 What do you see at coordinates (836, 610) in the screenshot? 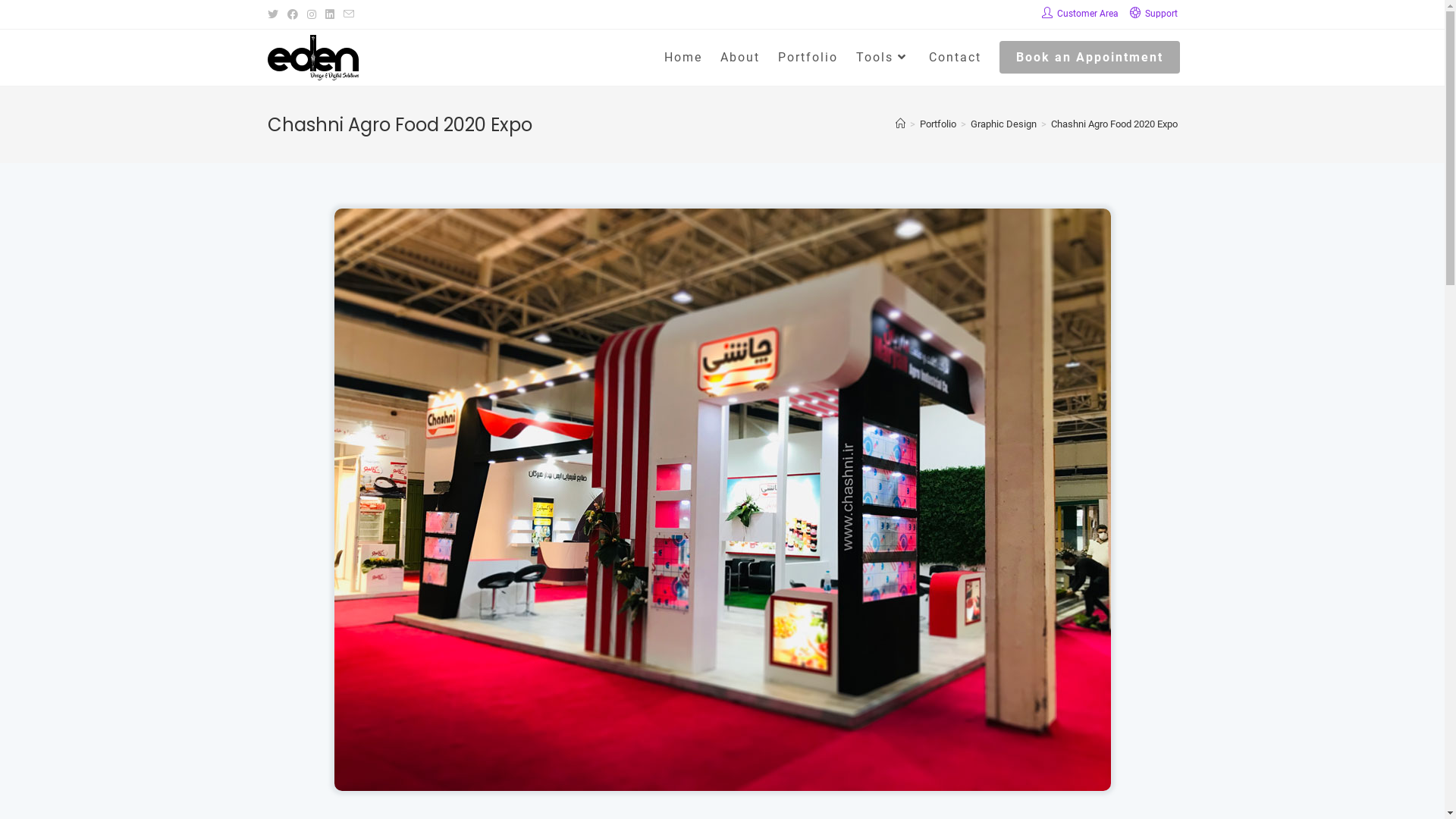
I see `'Landing Page Design'` at bounding box center [836, 610].